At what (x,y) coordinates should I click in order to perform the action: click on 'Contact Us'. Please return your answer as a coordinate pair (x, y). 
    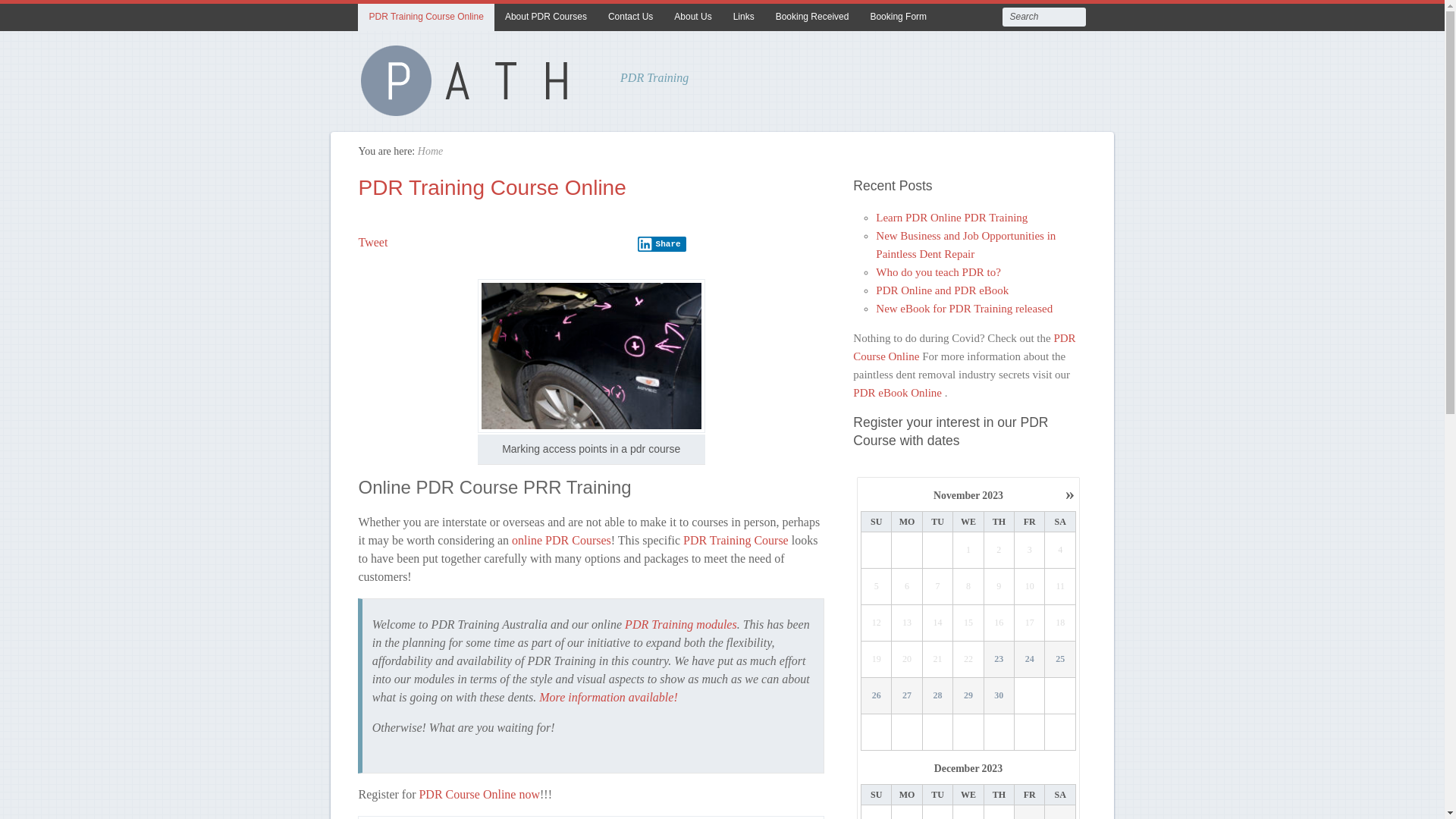
    Looking at the image, I should click on (630, 17).